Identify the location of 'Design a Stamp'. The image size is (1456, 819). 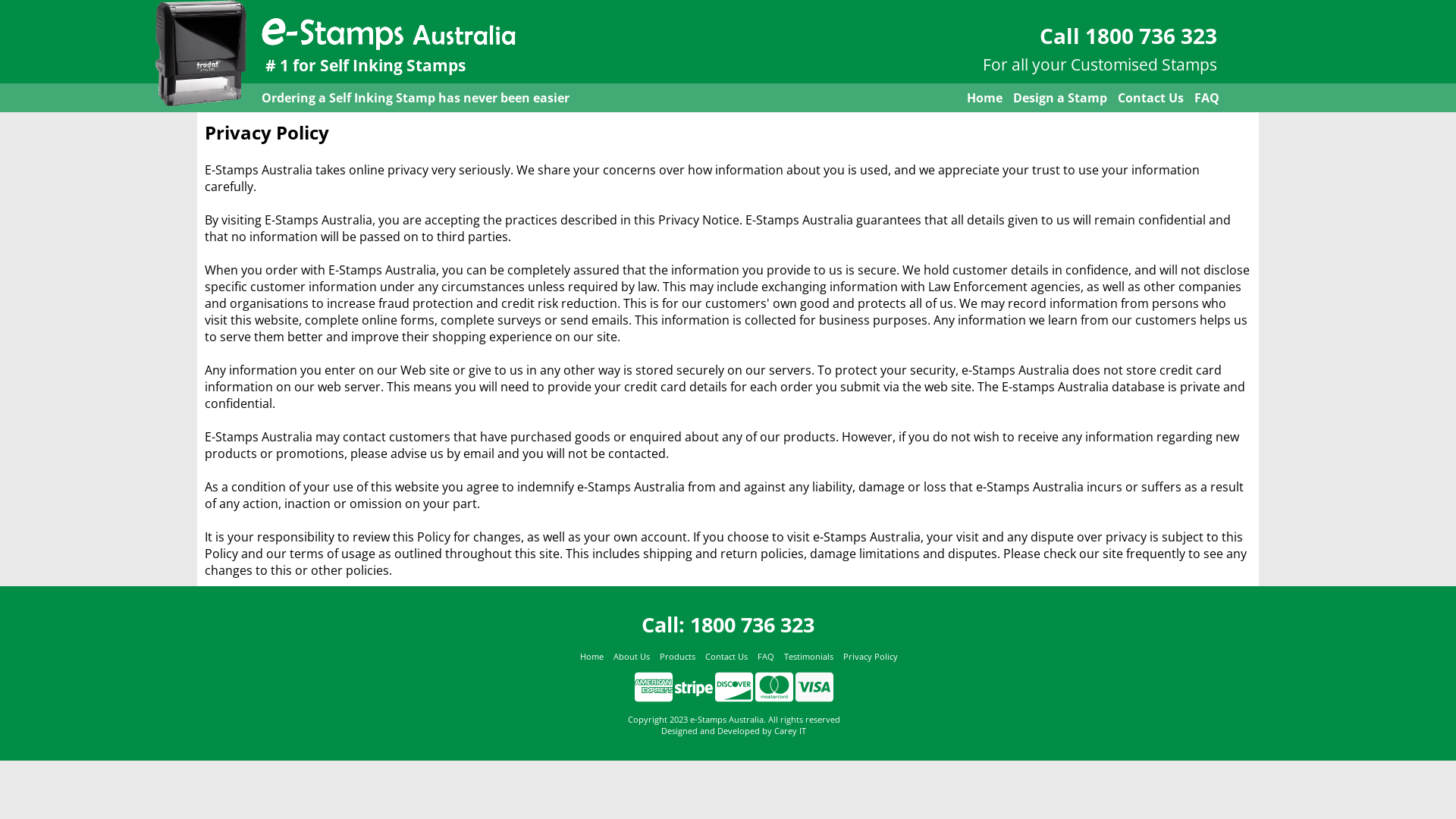
(1059, 97).